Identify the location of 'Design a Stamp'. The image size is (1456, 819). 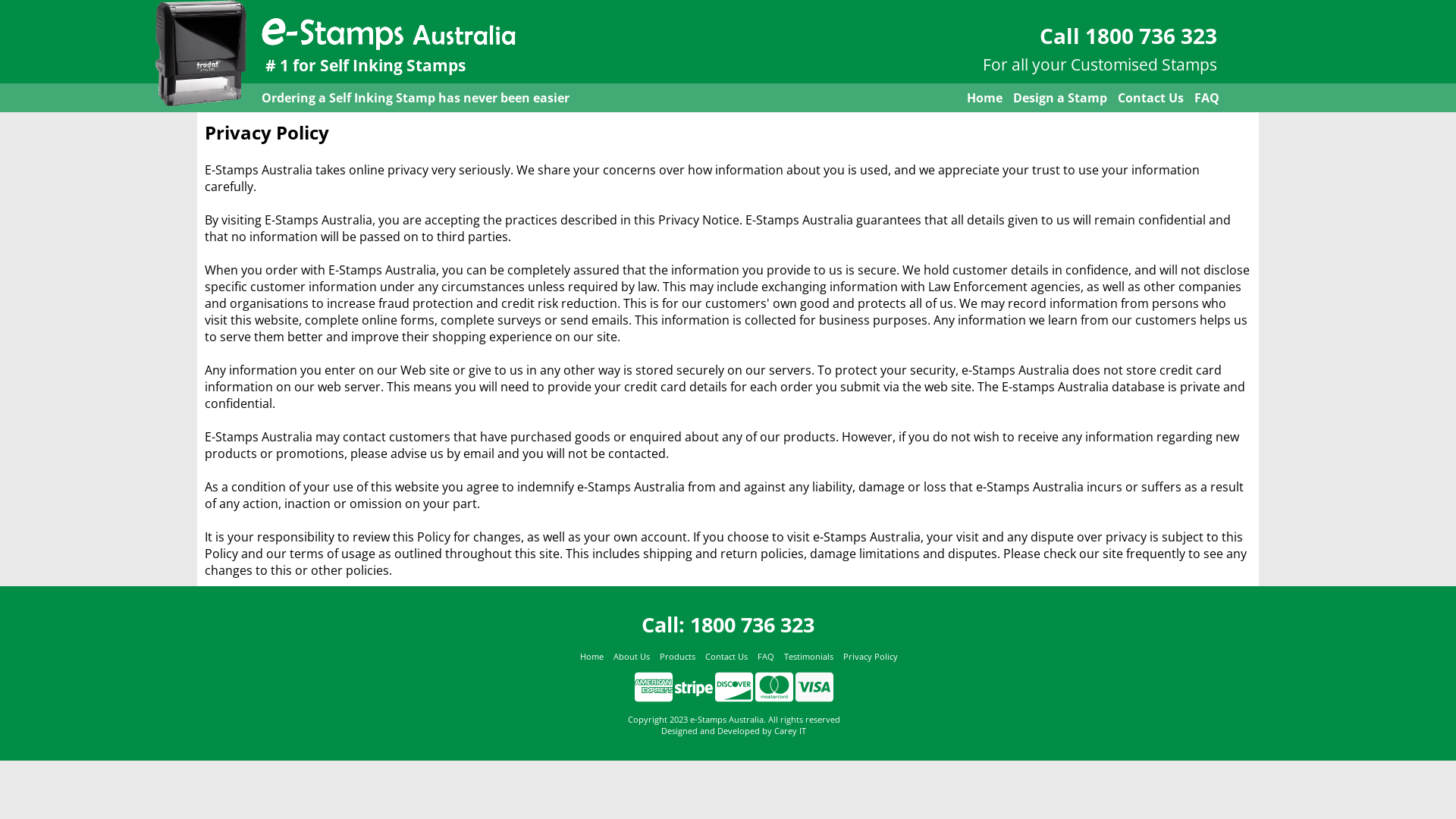
(1059, 97).